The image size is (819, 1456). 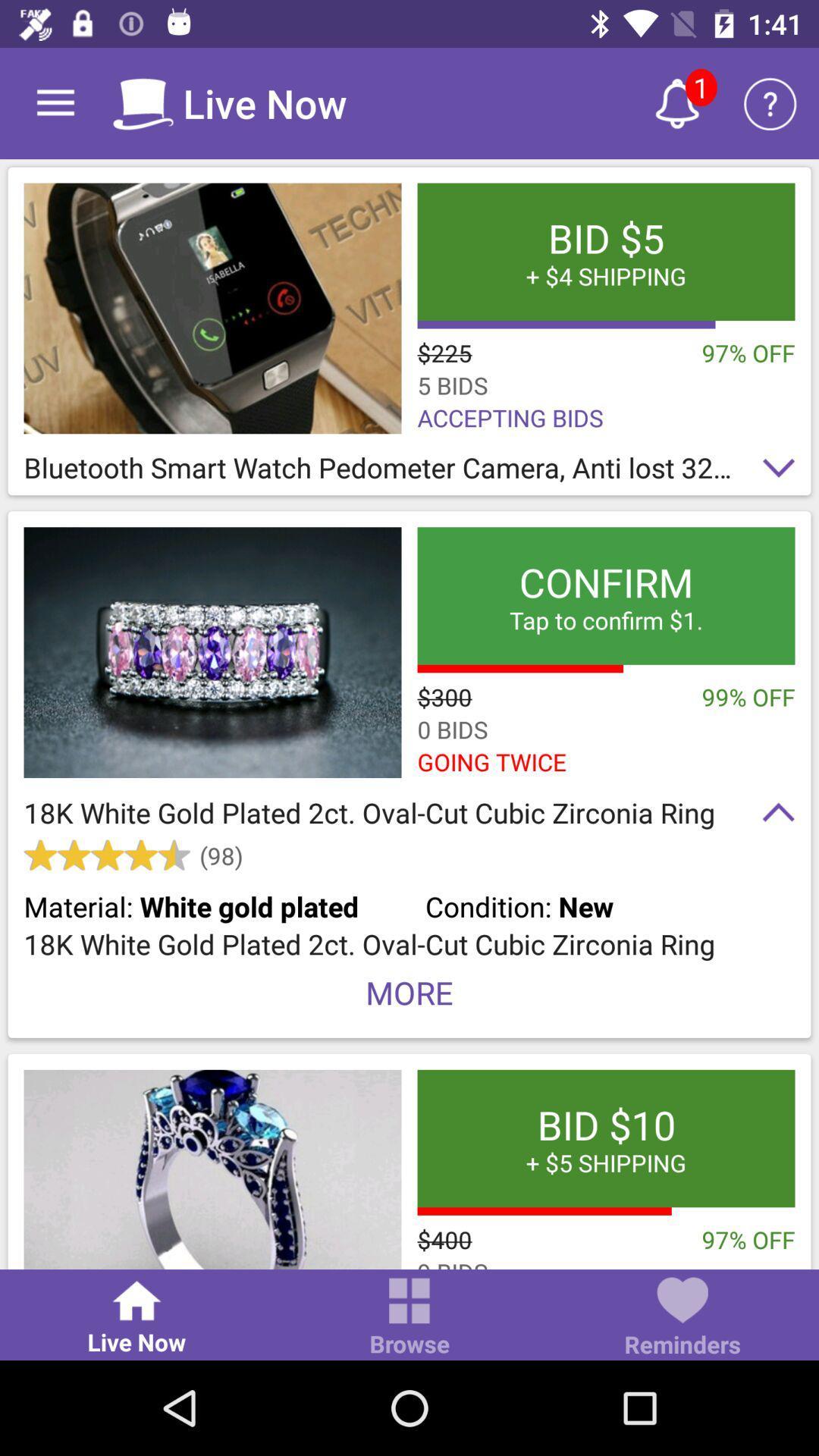 What do you see at coordinates (212, 1169) in the screenshot?
I see `product selection` at bounding box center [212, 1169].